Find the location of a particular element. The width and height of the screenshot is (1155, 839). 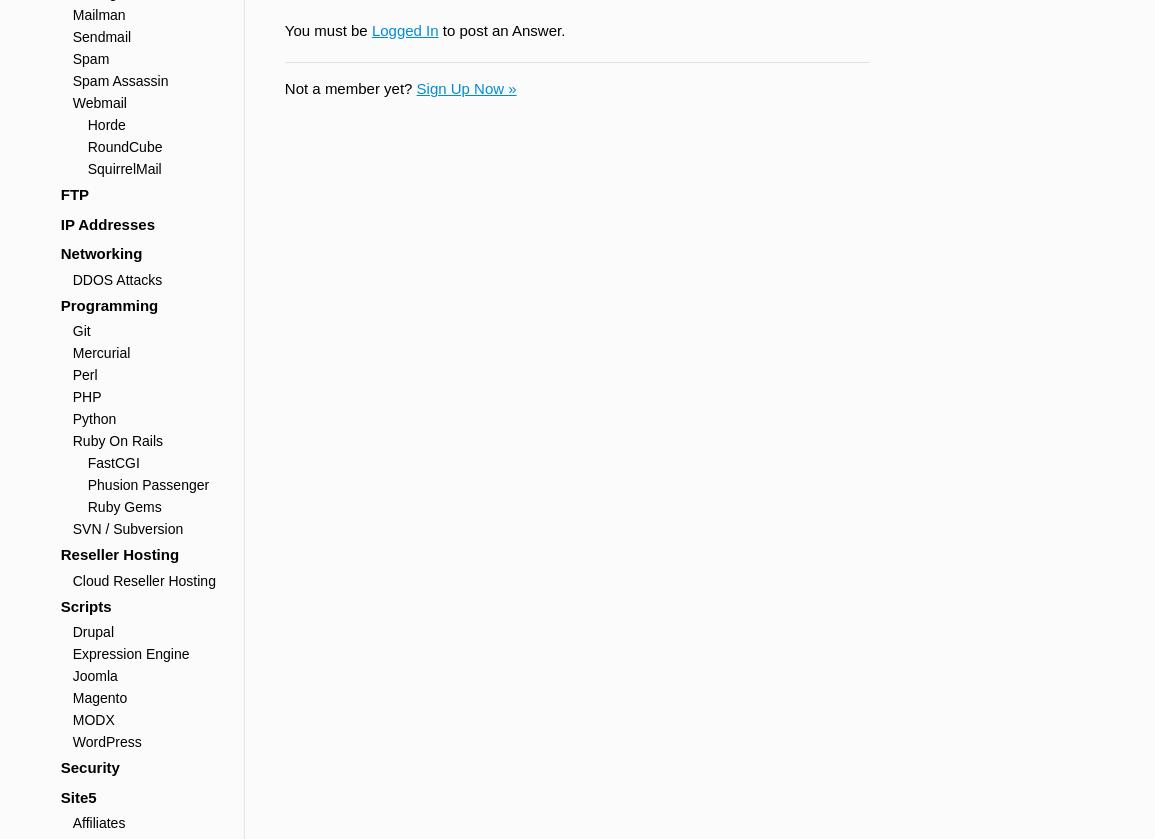

'MODX' is located at coordinates (92, 719).